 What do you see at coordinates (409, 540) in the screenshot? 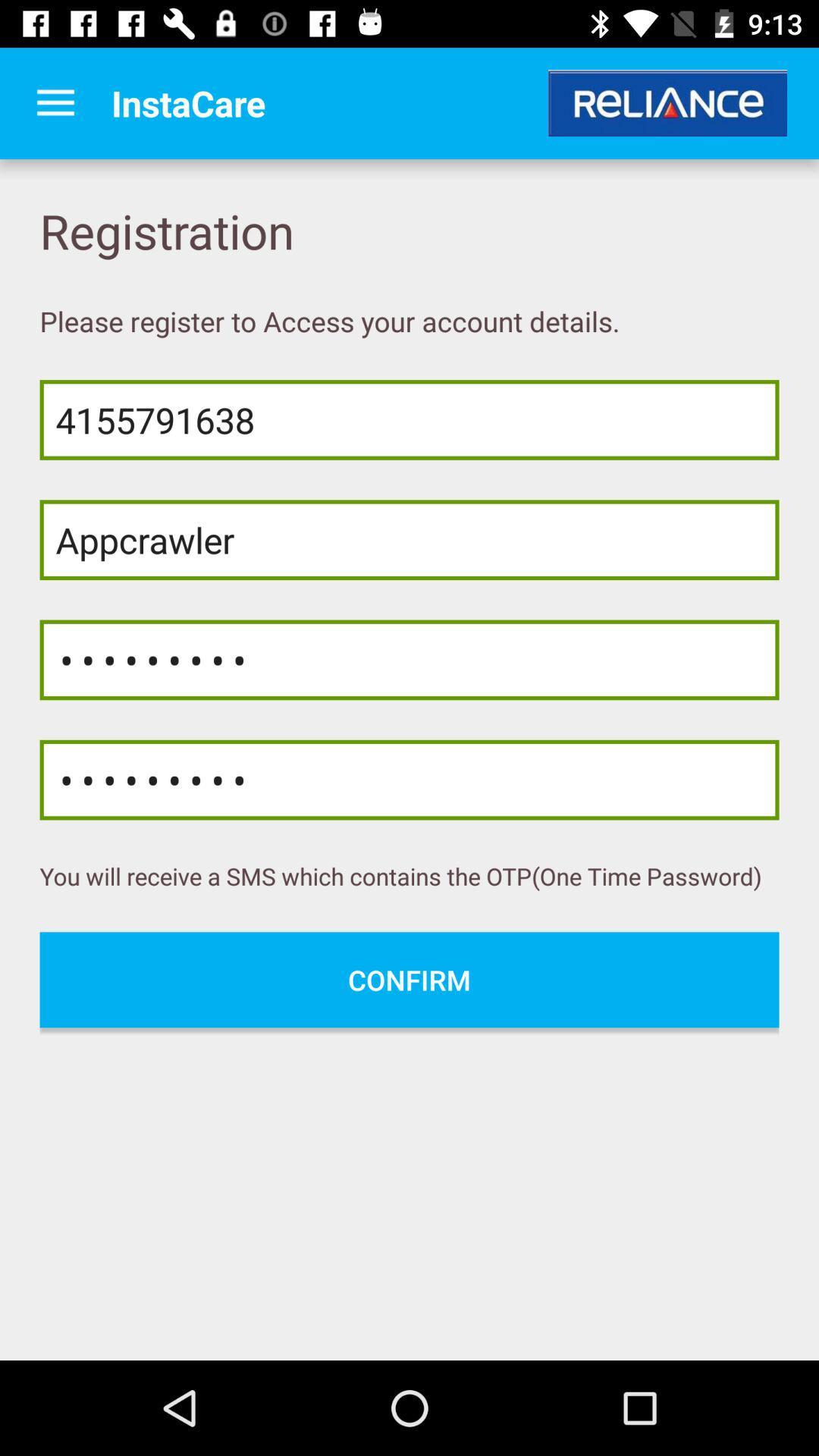
I see `appcrawler` at bounding box center [409, 540].